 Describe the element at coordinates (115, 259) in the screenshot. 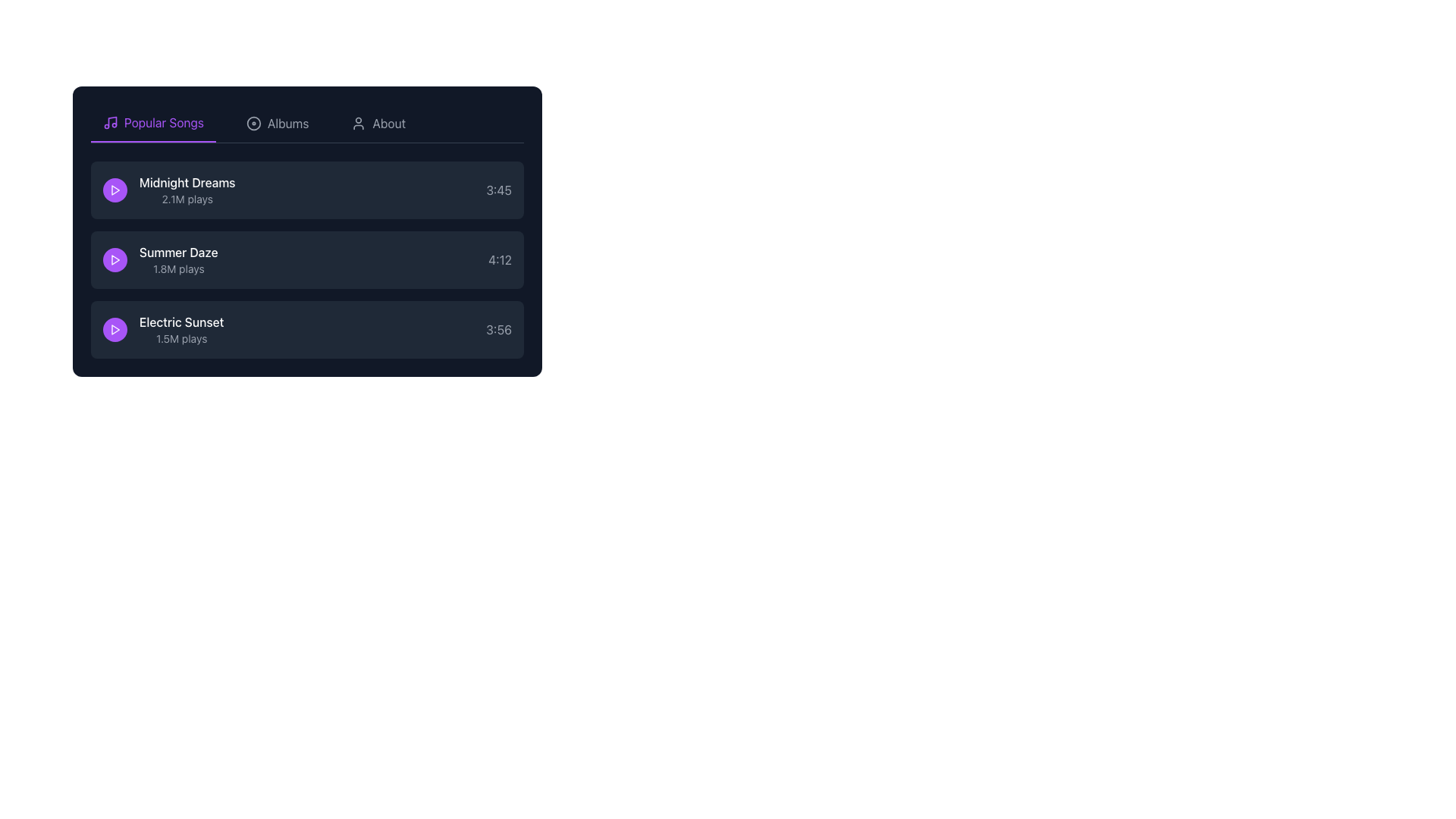

I see `the play button for the 'Summer Daze' song` at that location.